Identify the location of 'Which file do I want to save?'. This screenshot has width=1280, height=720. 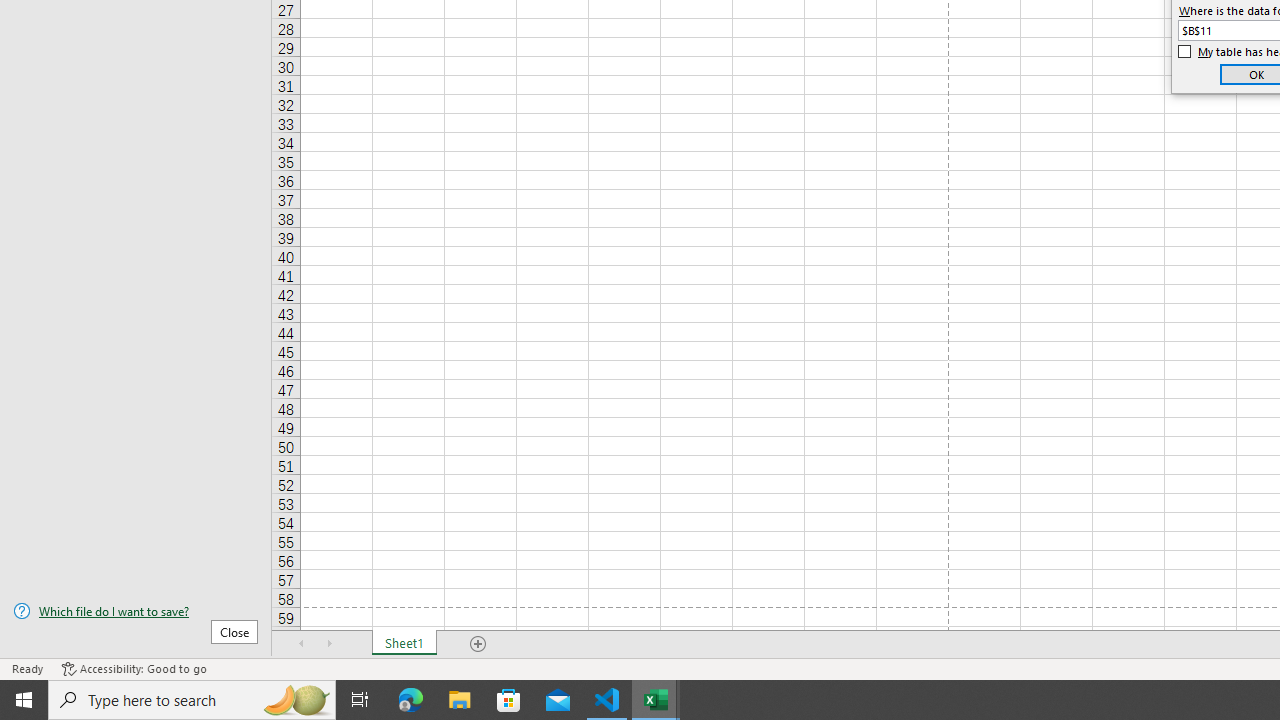
(135, 610).